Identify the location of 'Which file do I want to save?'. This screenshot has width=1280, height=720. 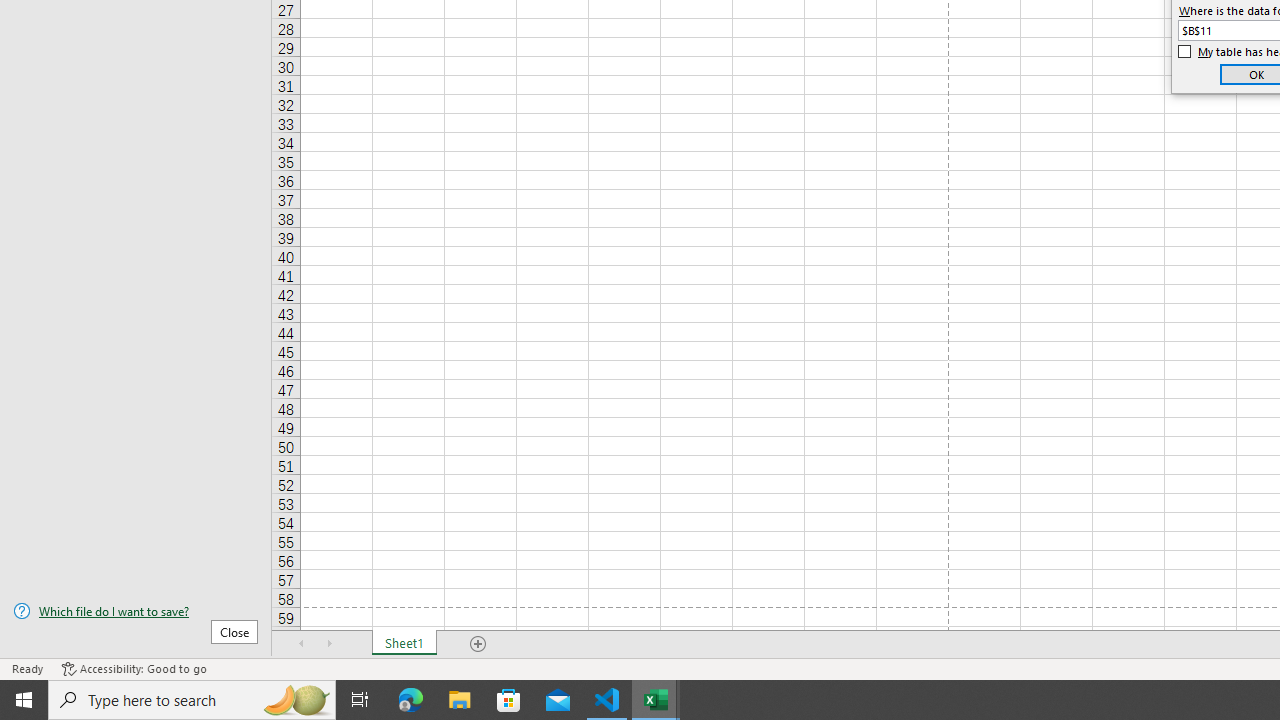
(135, 610).